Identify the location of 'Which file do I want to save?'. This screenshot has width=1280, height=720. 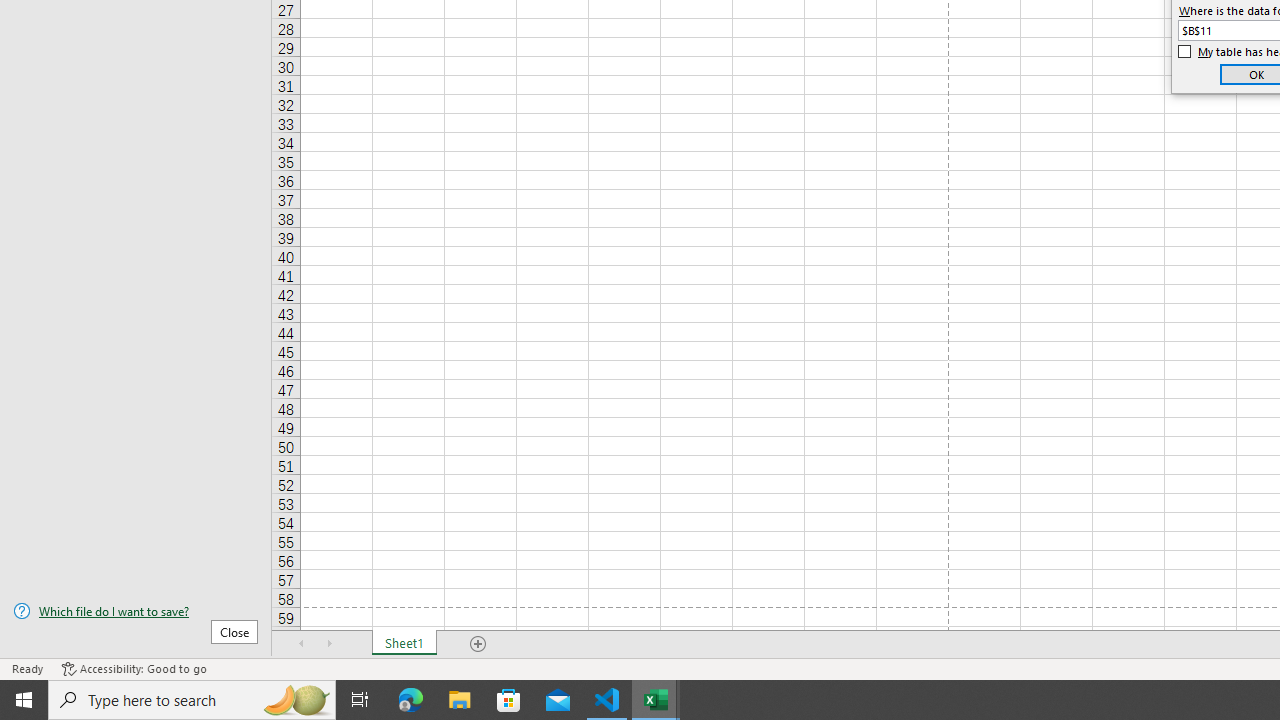
(135, 610).